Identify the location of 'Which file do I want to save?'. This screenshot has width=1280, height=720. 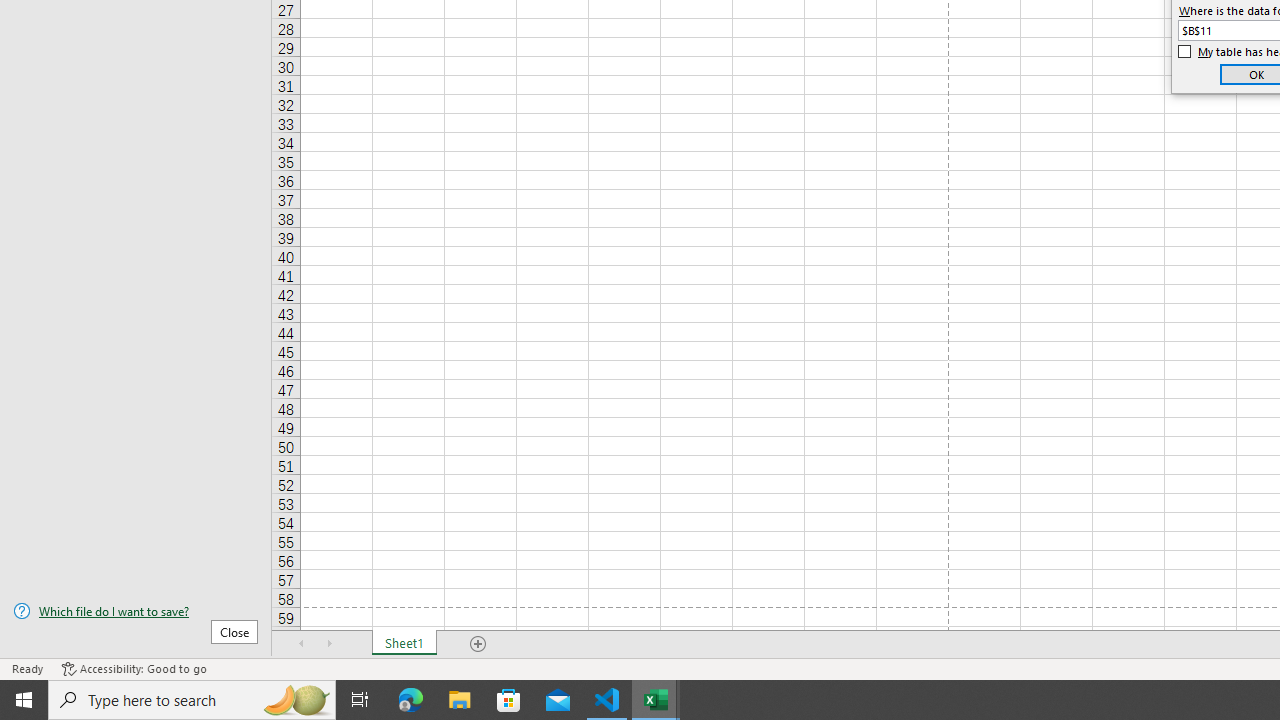
(135, 610).